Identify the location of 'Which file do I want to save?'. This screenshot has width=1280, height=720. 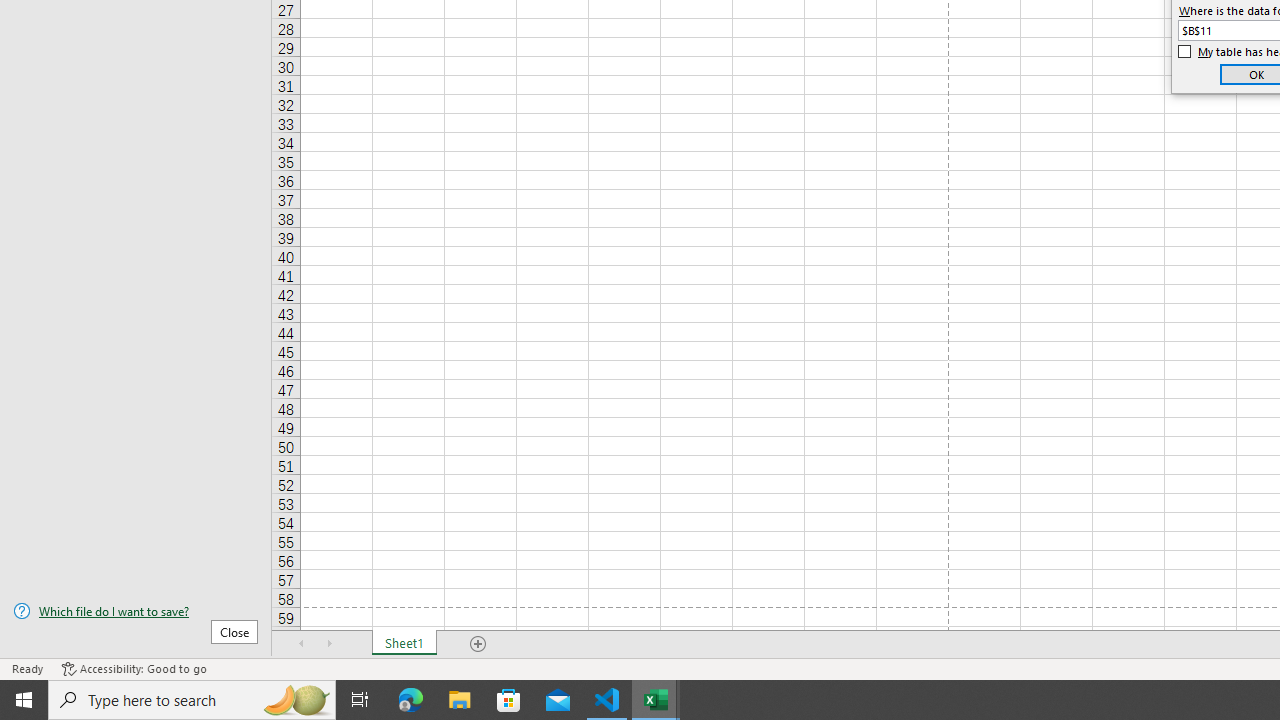
(135, 610).